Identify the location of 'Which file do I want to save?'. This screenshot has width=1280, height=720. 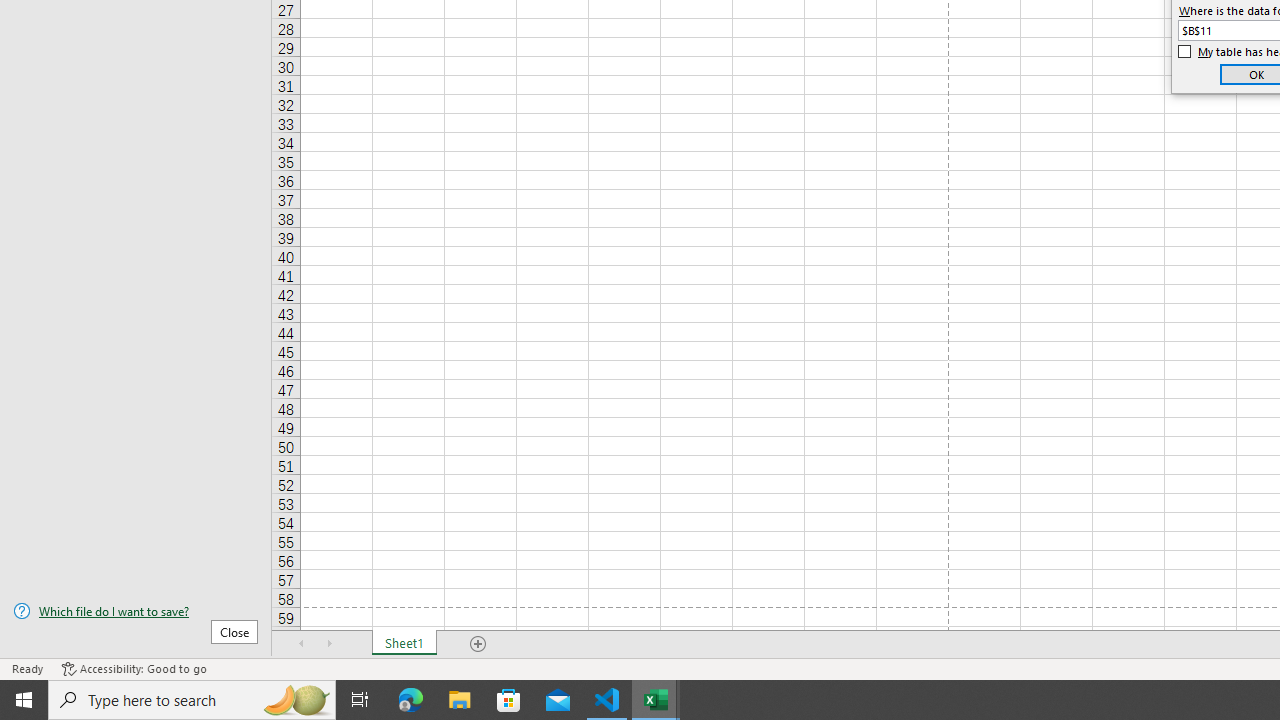
(135, 610).